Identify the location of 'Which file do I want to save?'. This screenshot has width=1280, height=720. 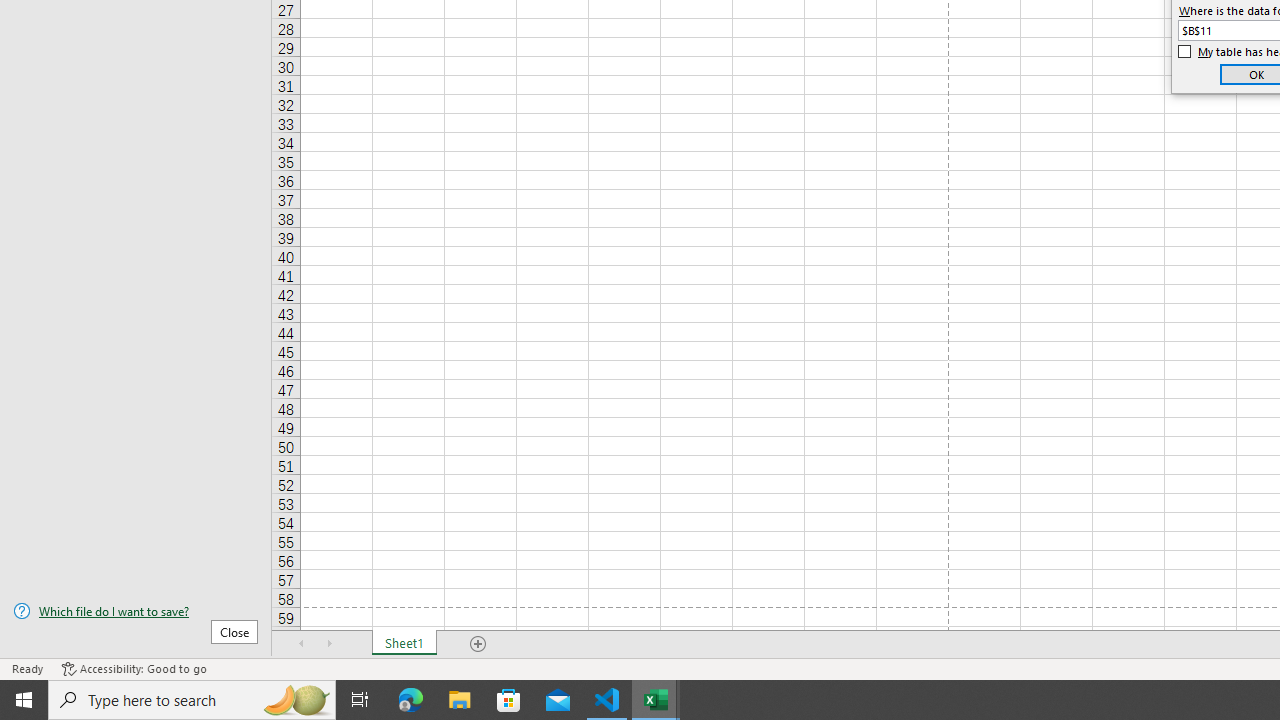
(135, 610).